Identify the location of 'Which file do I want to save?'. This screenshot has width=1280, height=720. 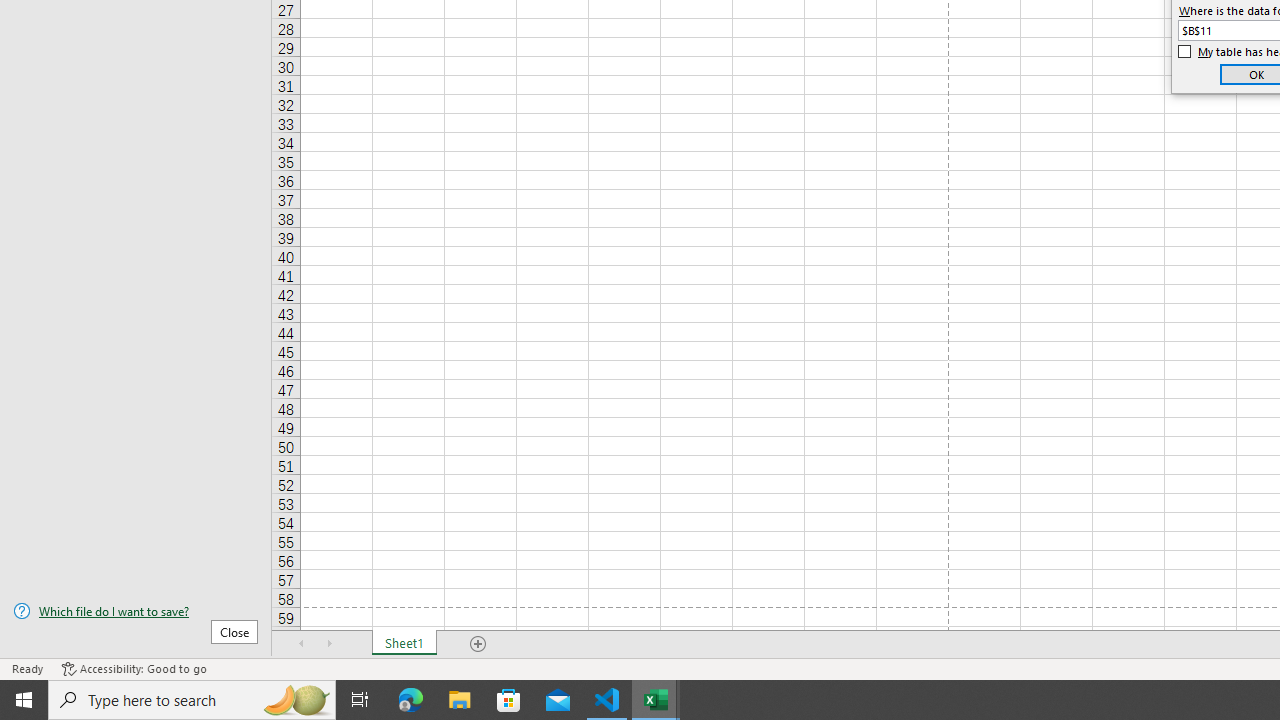
(135, 610).